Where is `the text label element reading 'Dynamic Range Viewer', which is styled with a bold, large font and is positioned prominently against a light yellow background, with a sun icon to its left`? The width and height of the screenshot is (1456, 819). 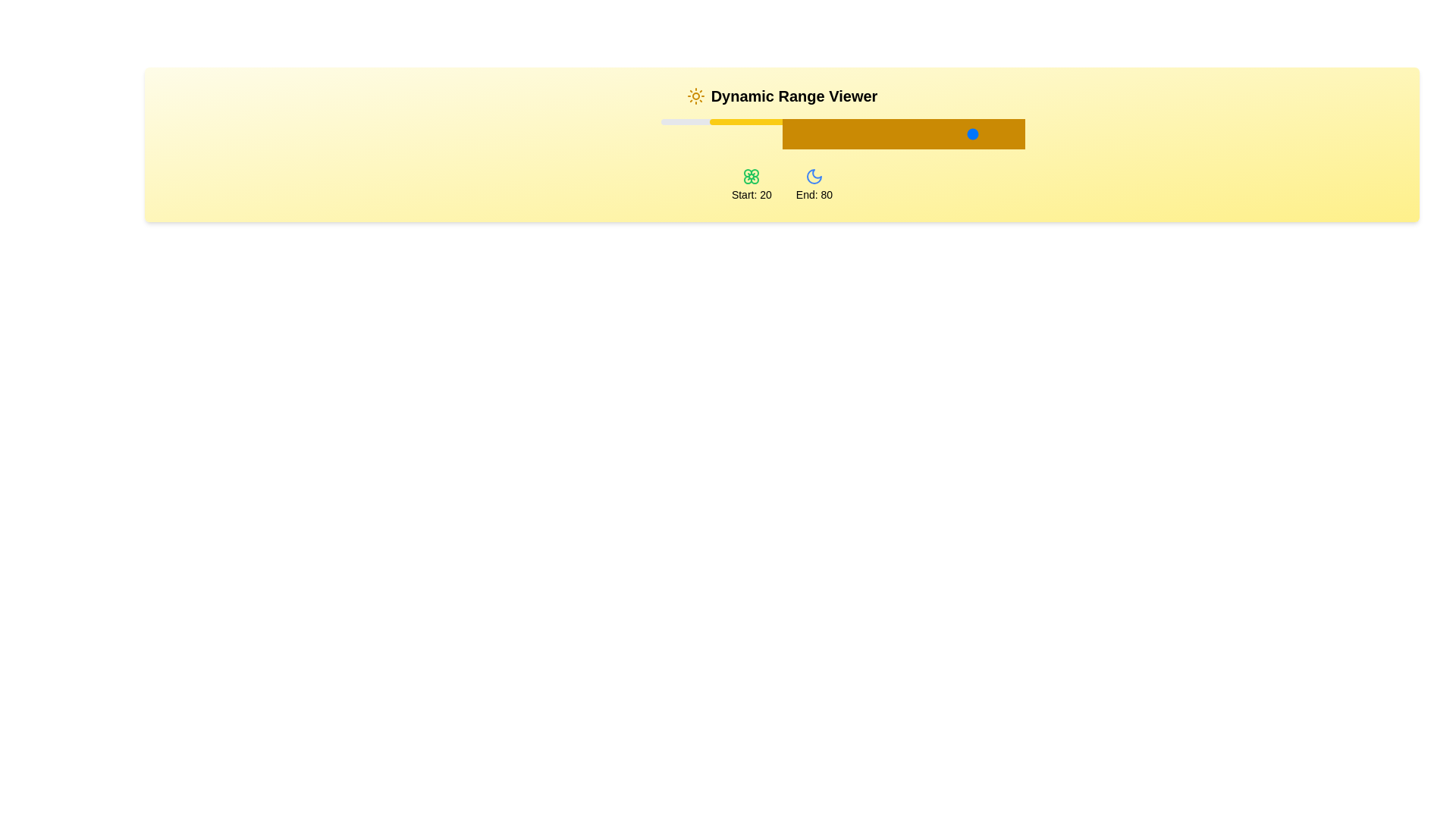 the text label element reading 'Dynamic Range Viewer', which is styled with a bold, large font and is positioned prominently against a light yellow background, with a sun icon to its left is located at coordinates (793, 96).